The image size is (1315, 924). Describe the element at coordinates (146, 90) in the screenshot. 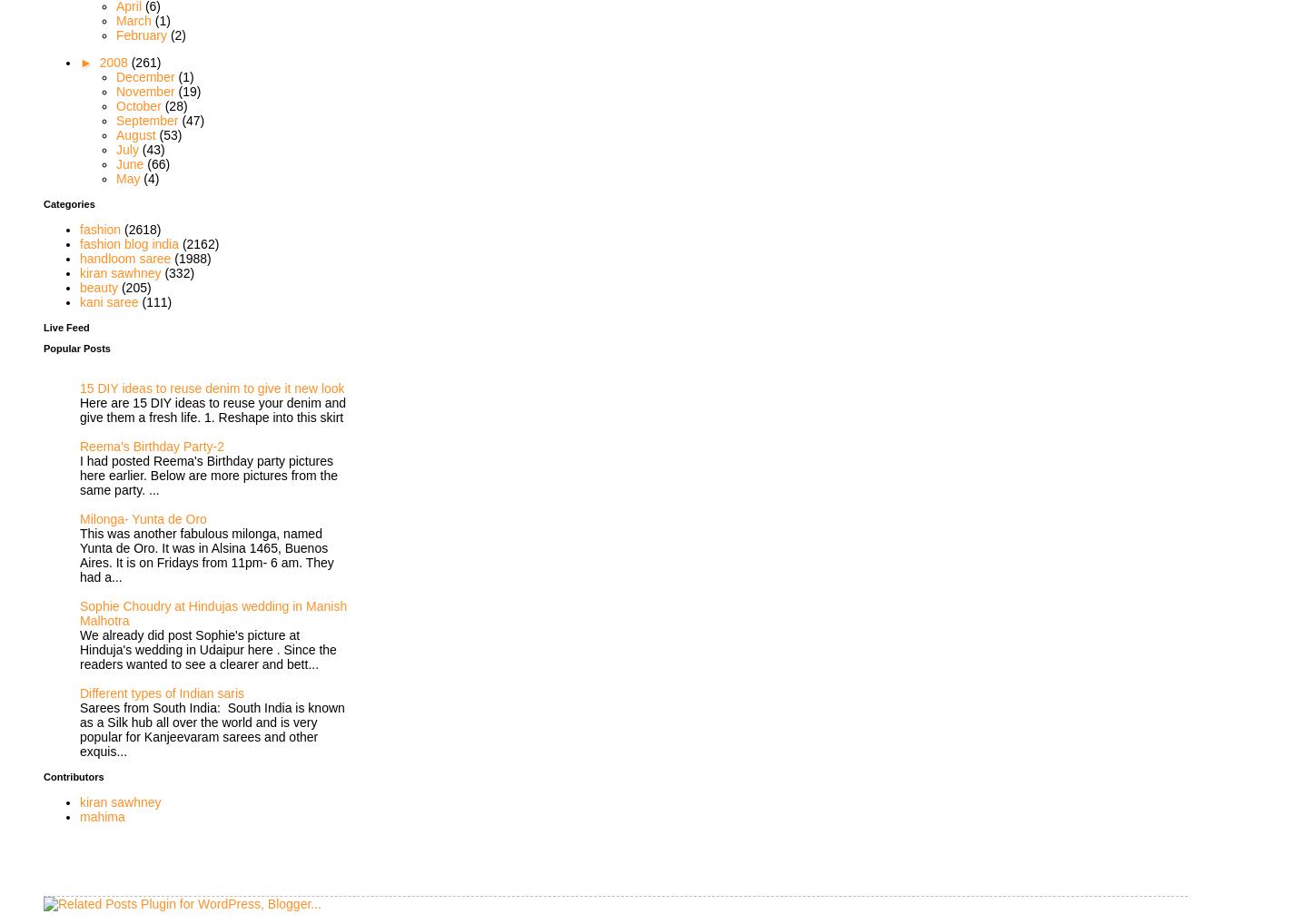

I see `'November'` at that location.